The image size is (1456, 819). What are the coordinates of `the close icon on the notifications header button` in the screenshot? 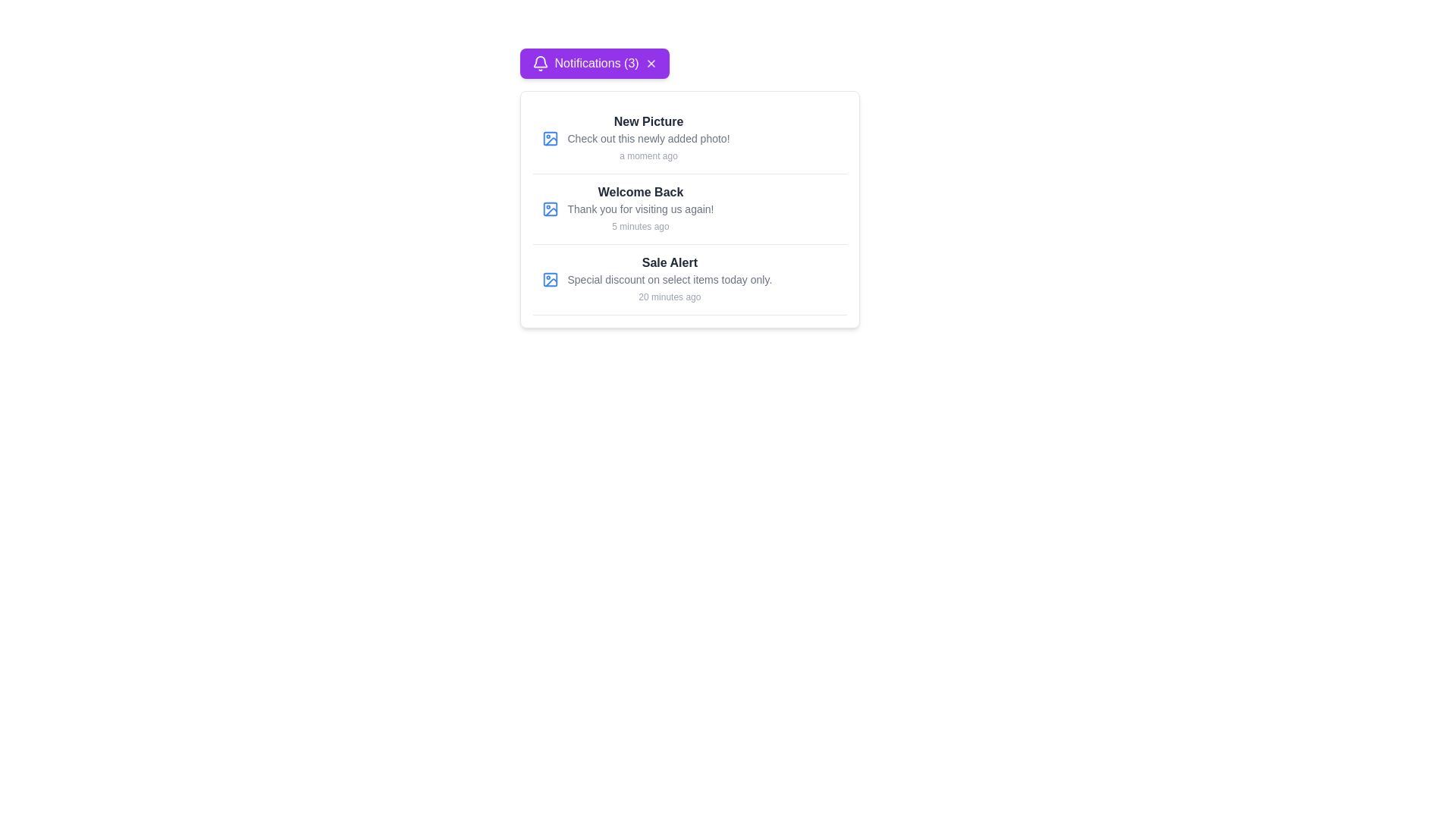 It's located at (593, 63).